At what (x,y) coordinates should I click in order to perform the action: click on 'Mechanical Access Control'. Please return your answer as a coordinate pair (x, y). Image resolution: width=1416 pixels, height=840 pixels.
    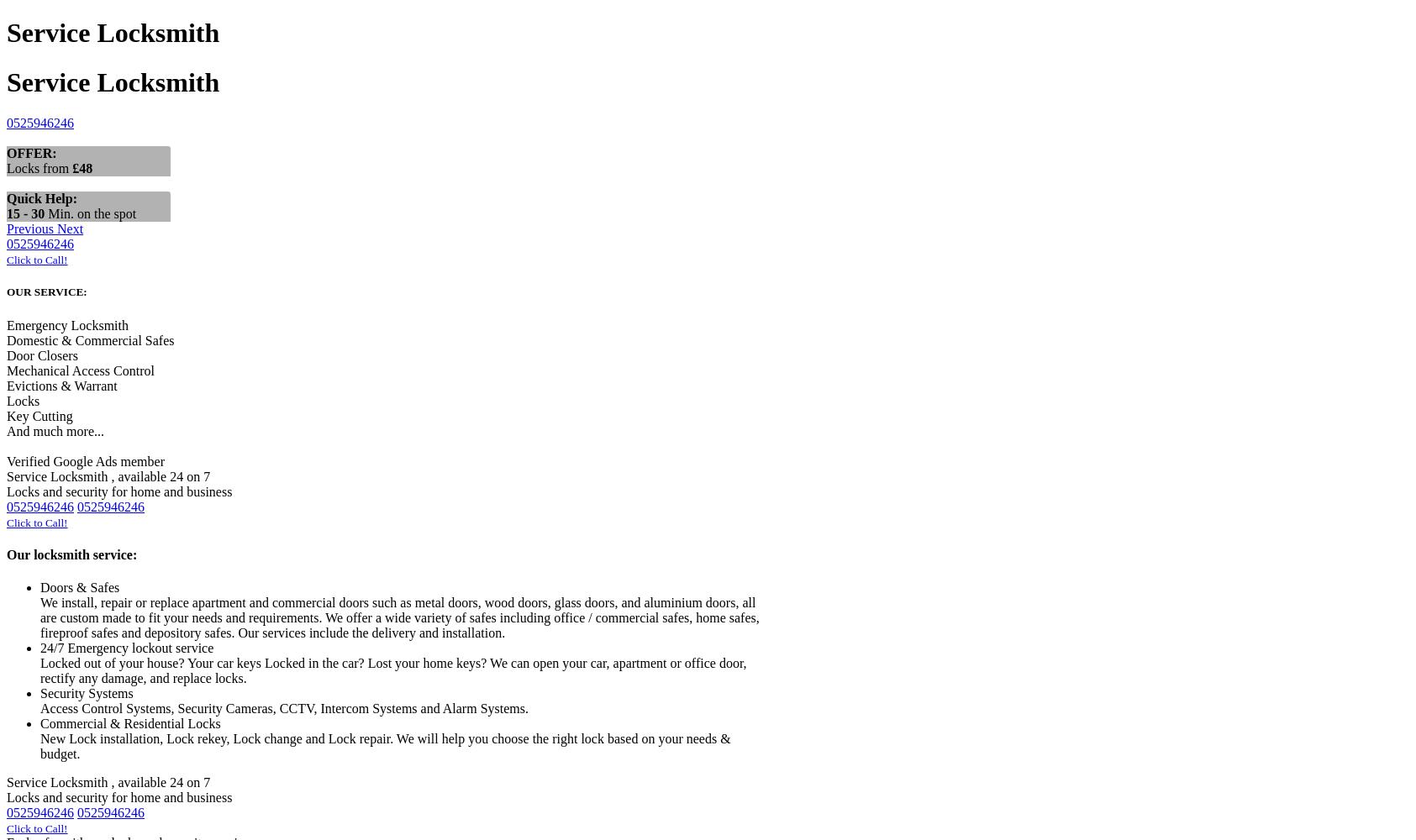
    Looking at the image, I should click on (79, 369).